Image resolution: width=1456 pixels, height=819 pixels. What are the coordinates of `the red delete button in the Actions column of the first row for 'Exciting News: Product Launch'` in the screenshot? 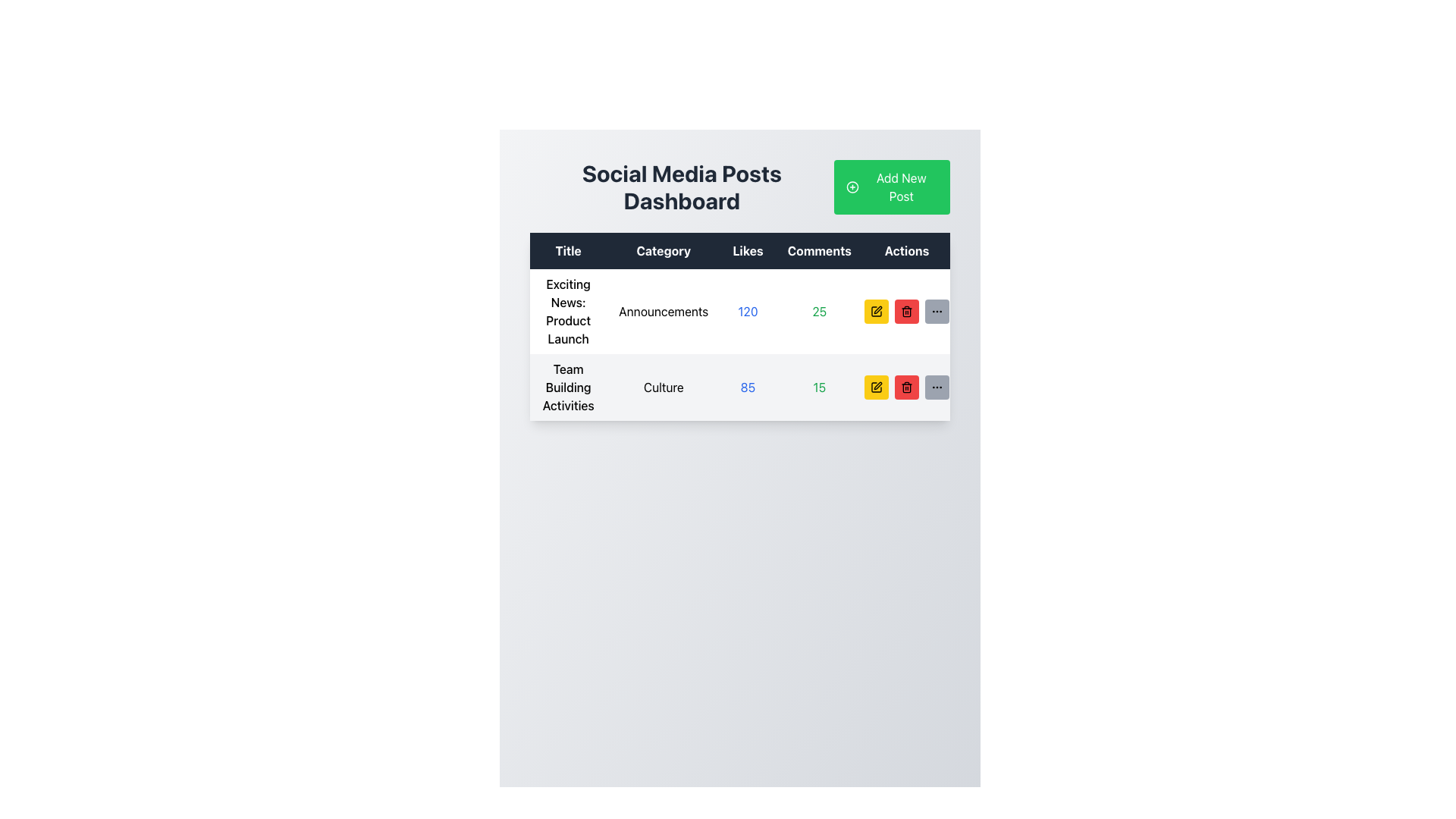 It's located at (906, 311).